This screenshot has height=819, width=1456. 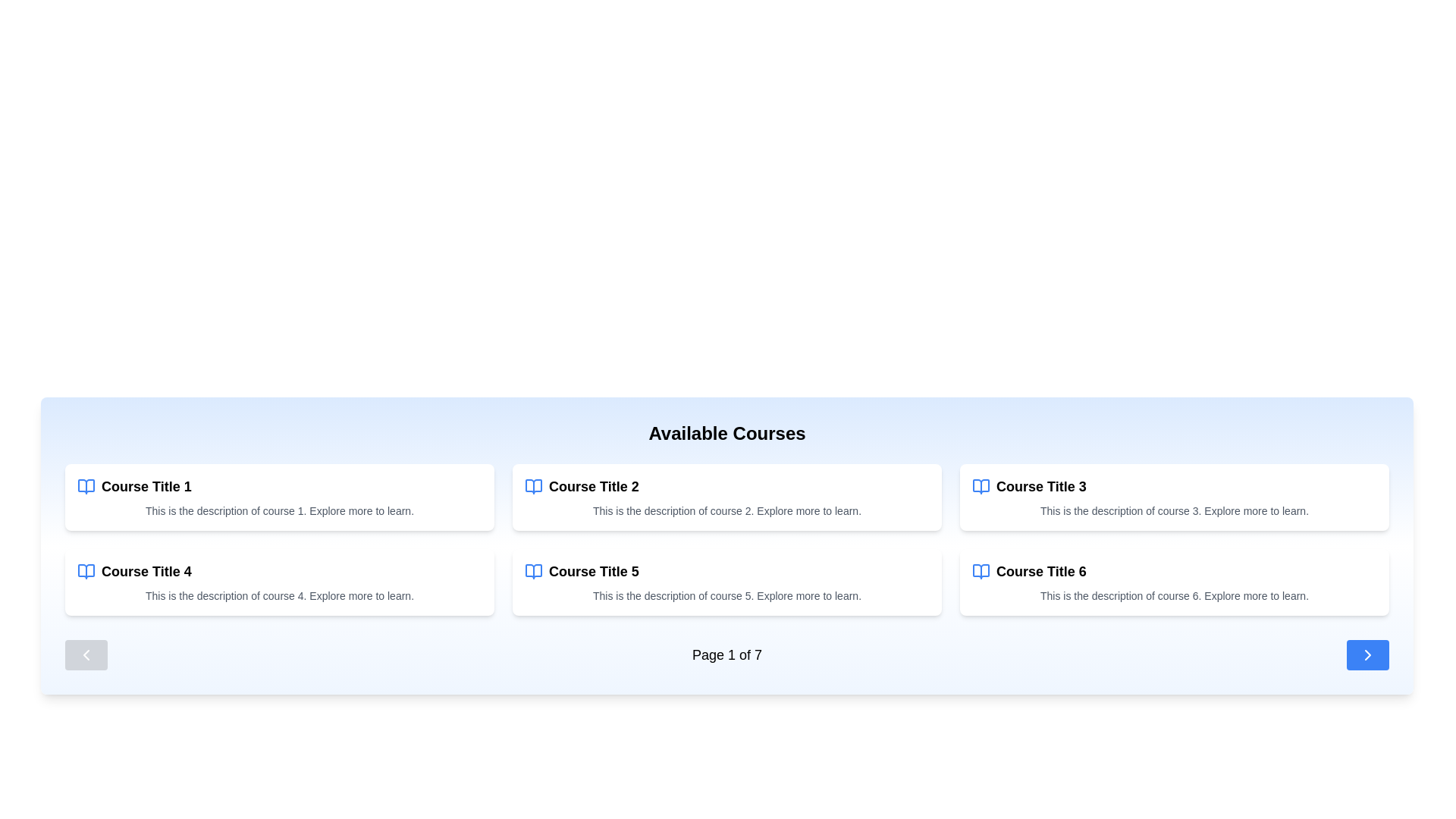 I want to click on the text display that provides information about Course 1, located inside the first course card in the top-left corner of the grid, so click(x=280, y=511).